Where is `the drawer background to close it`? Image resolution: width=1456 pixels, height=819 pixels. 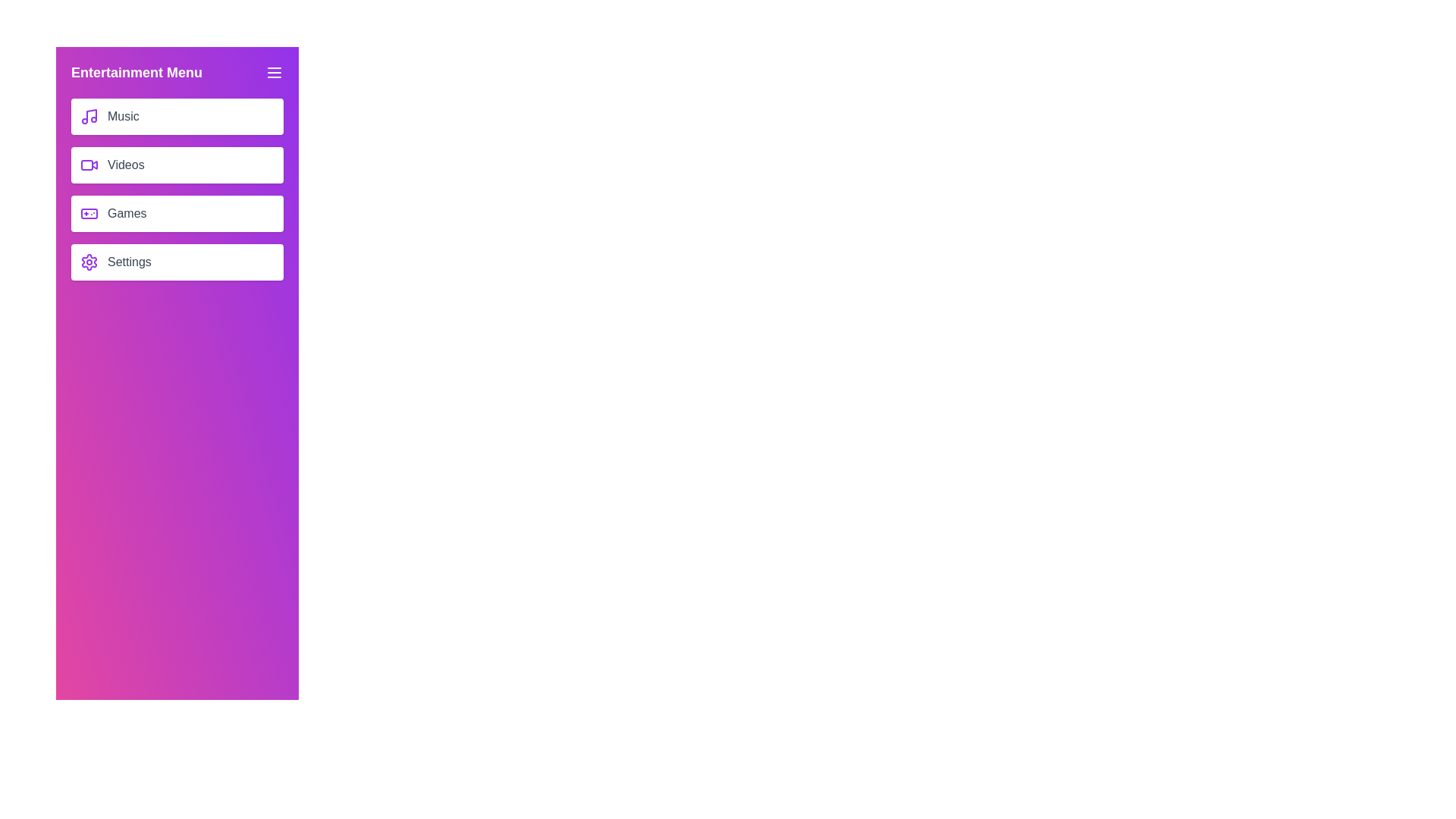 the drawer background to close it is located at coordinates (177, 455).